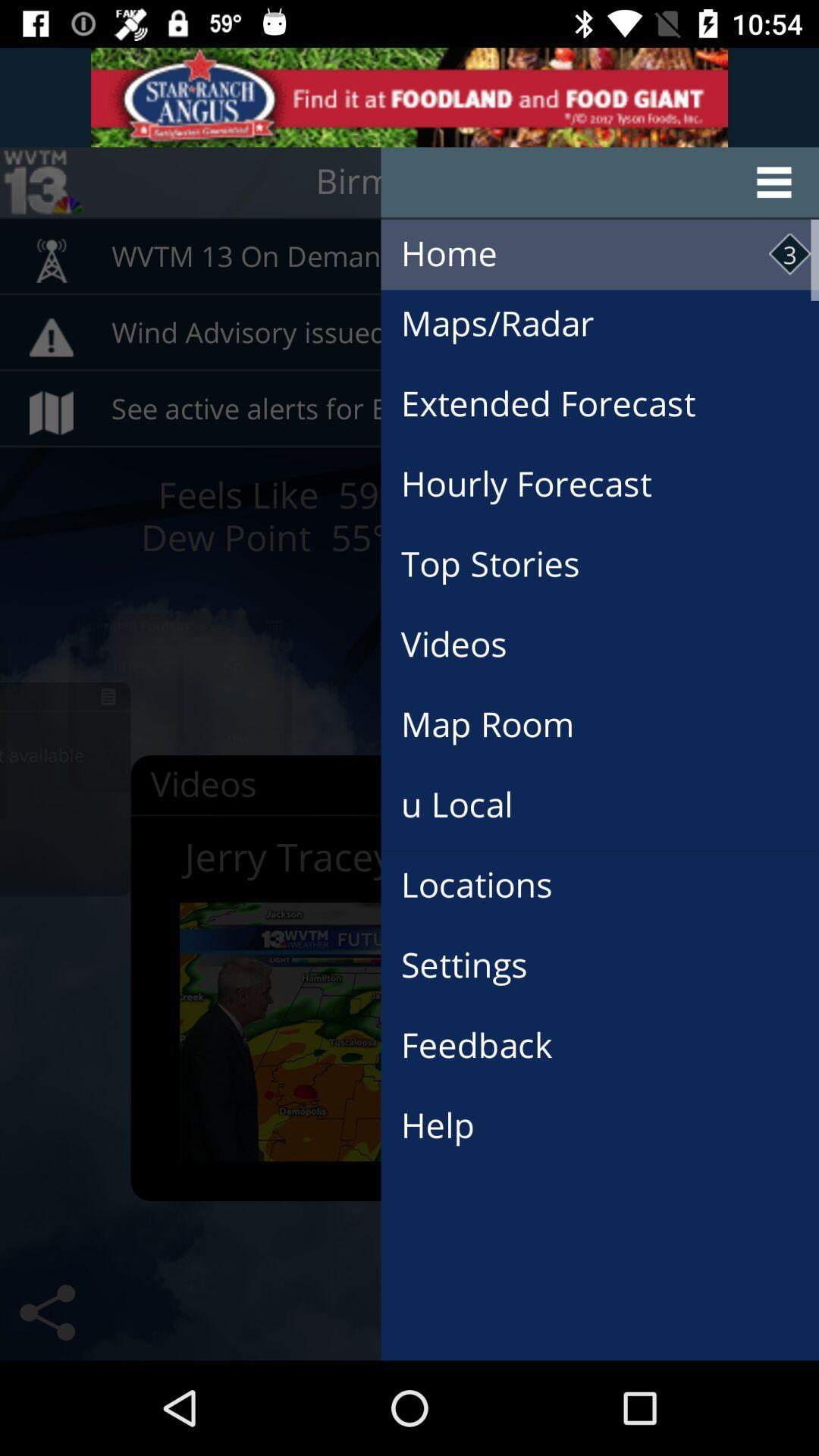 This screenshot has height=1456, width=819. What do you see at coordinates (599, 182) in the screenshot?
I see `the menu button at the right side of the page` at bounding box center [599, 182].